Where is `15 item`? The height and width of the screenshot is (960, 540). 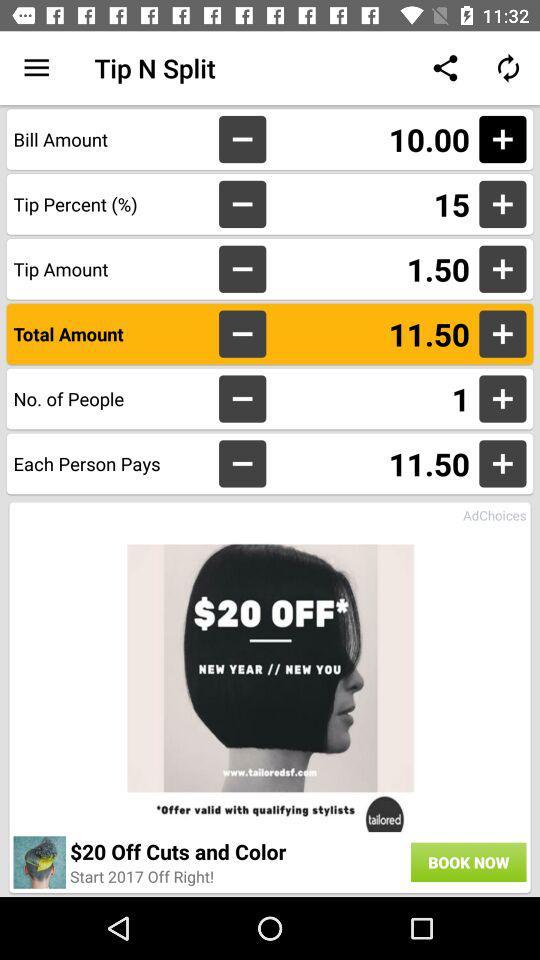 15 item is located at coordinates (372, 204).